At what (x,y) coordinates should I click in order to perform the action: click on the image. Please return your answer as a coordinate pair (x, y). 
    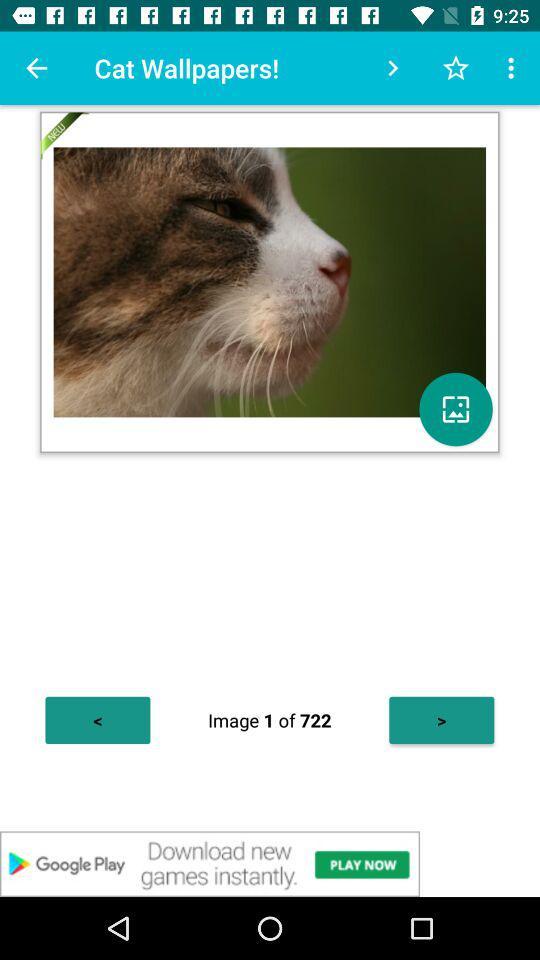
    Looking at the image, I should click on (455, 408).